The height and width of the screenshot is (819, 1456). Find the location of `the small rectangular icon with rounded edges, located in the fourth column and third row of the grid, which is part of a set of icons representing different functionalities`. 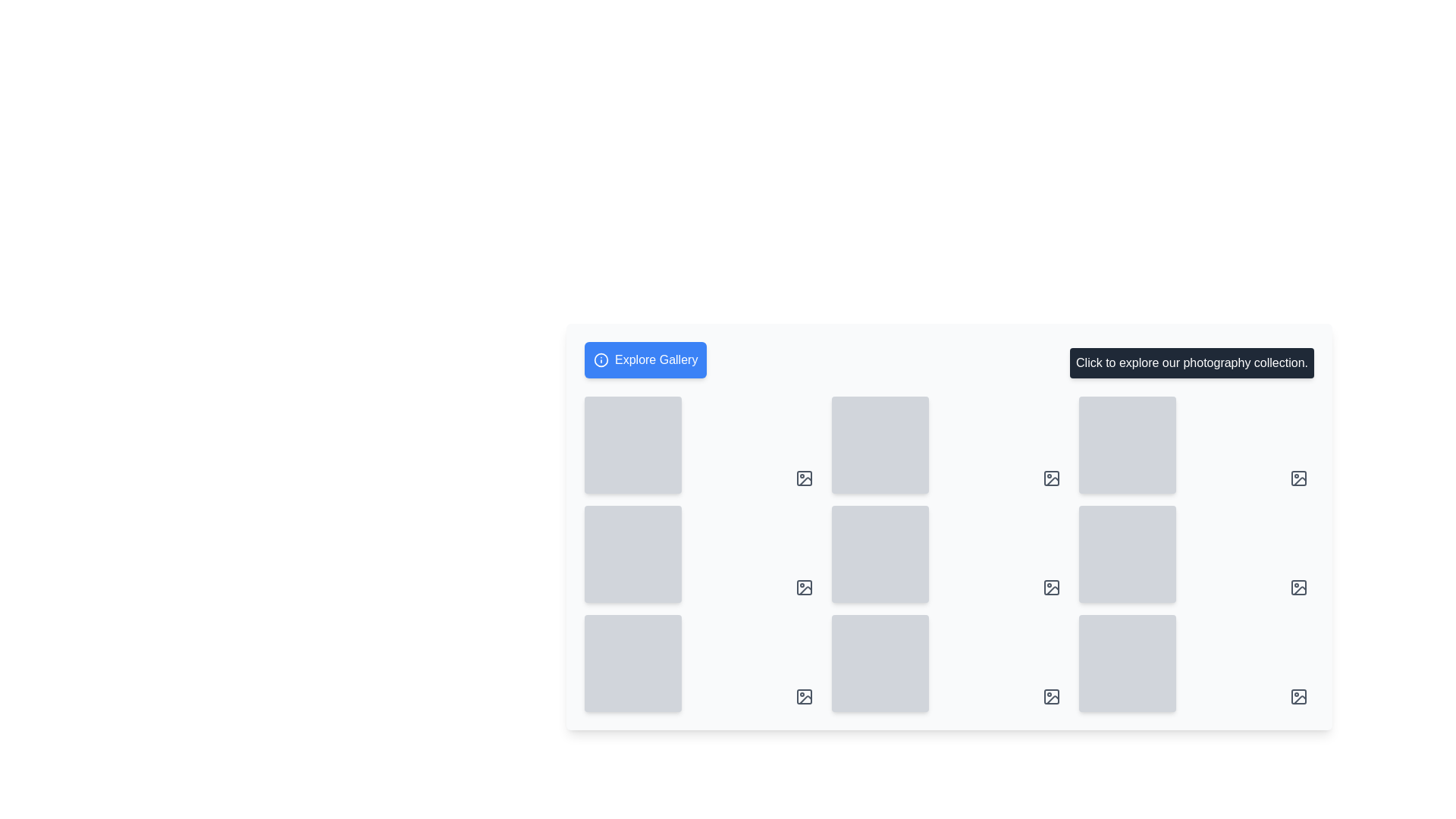

the small rectangular icon with rounded edges, located in the fourth column and third row of the grid, which is part of a set of icons representing different functionalities is located at coordinates (1051, 587).